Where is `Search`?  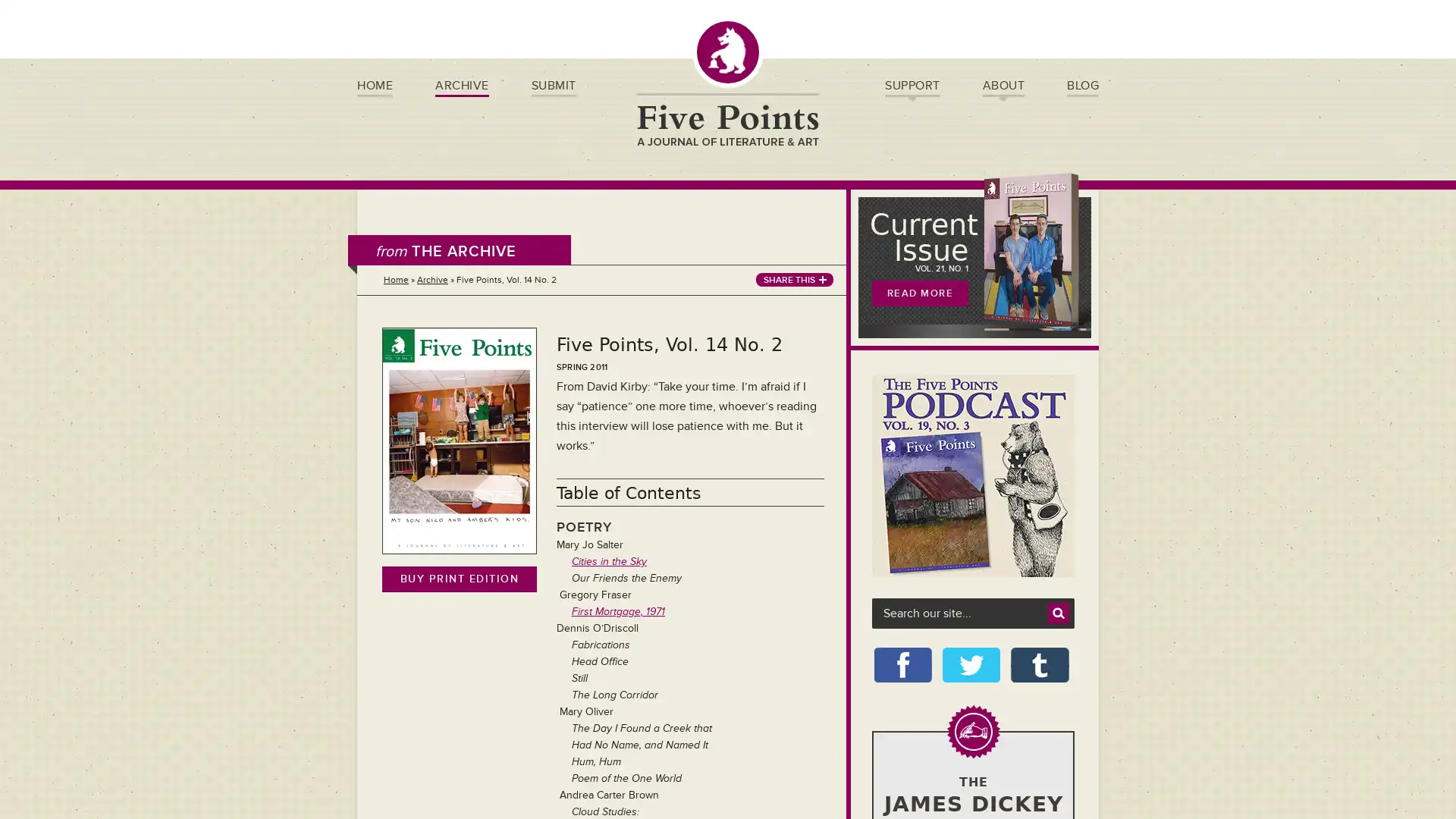 Search is located at coordinates (1058, 613).